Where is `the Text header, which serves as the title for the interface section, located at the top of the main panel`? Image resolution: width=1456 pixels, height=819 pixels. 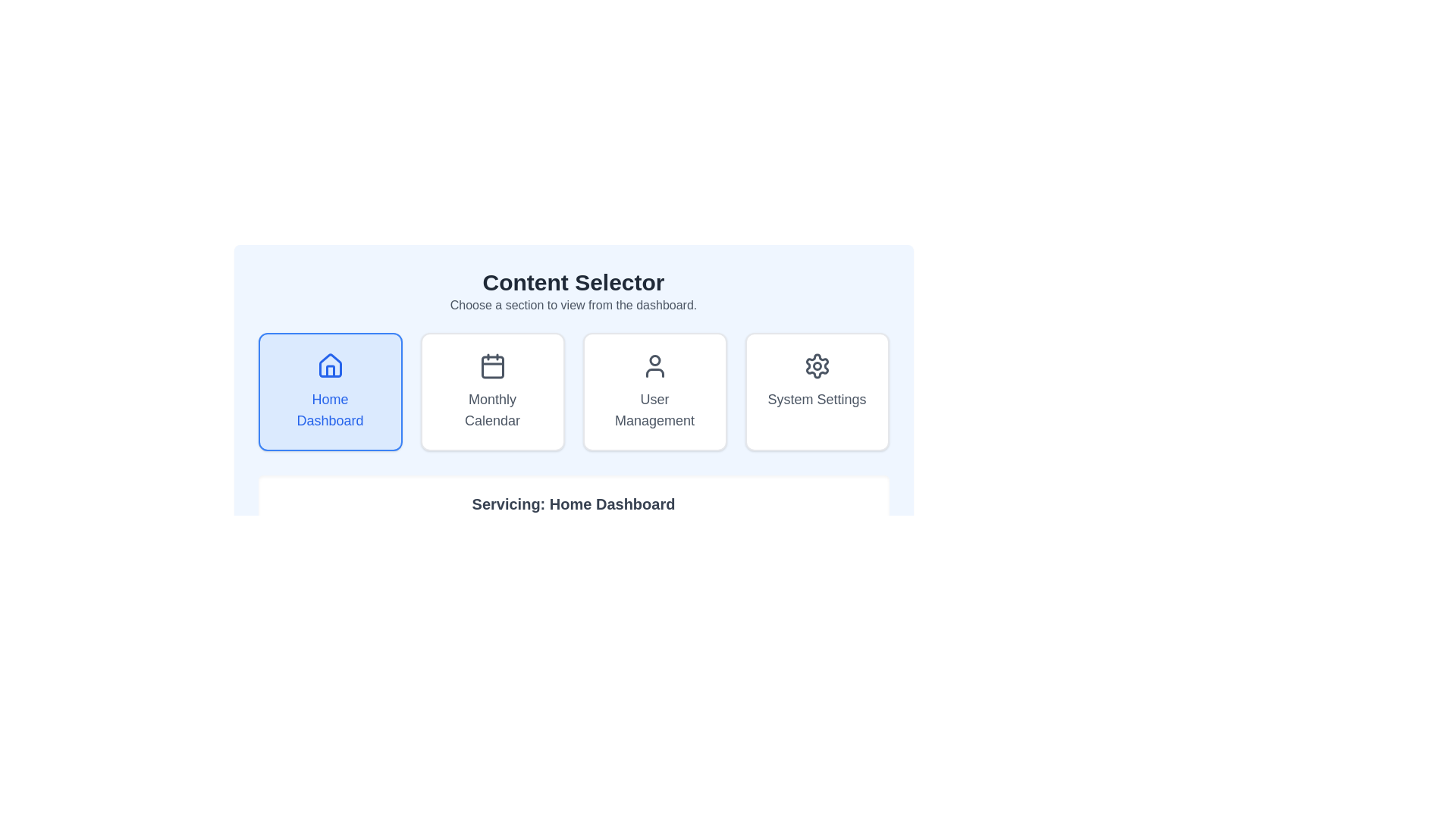
the Text header, which serves as the title for the interface section, located at the top of the main panel is located at coordinates (573, 283).